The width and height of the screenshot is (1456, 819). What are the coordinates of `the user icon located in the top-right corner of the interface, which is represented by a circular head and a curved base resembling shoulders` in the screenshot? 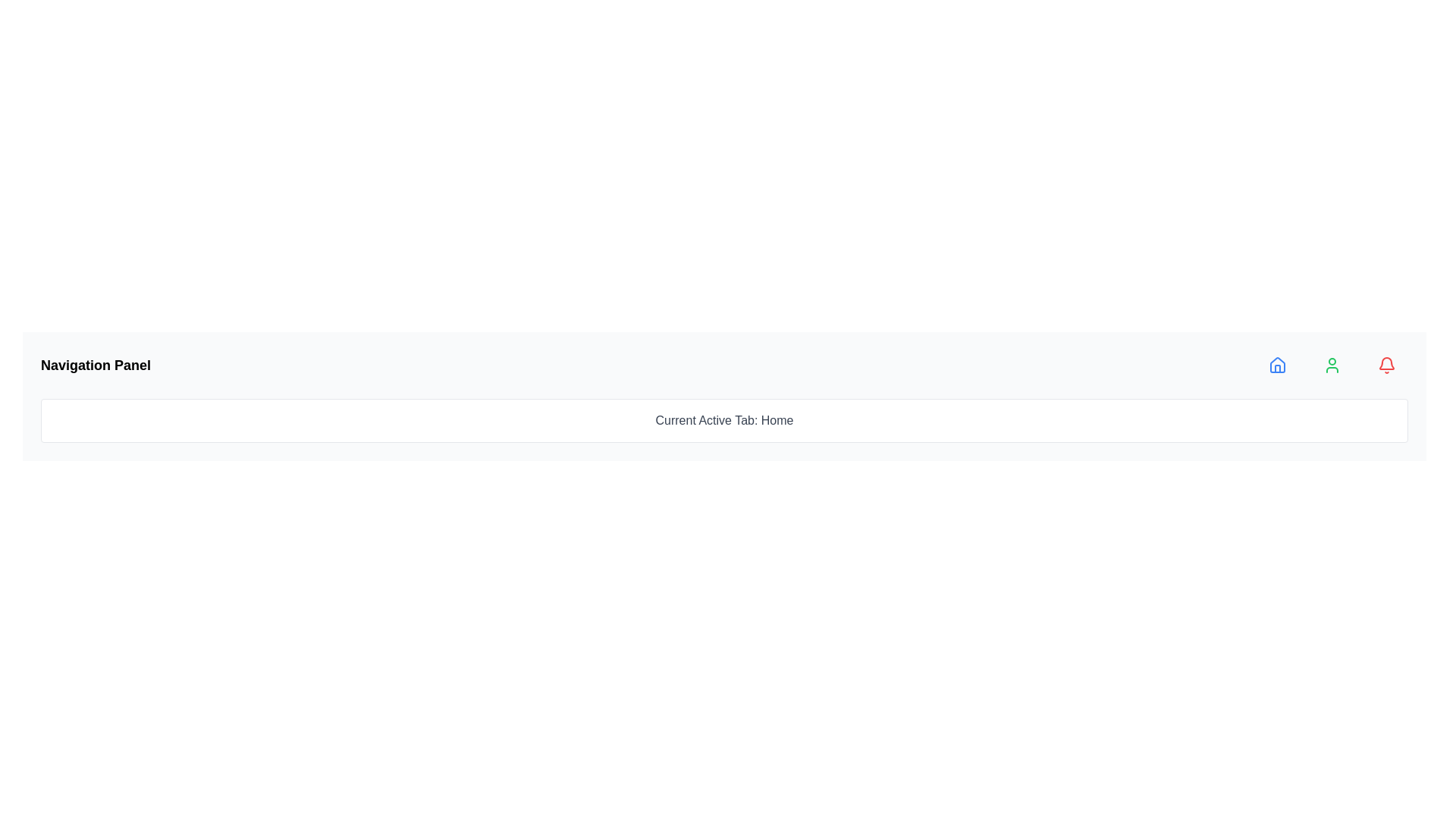 It's located at (1331, 366).